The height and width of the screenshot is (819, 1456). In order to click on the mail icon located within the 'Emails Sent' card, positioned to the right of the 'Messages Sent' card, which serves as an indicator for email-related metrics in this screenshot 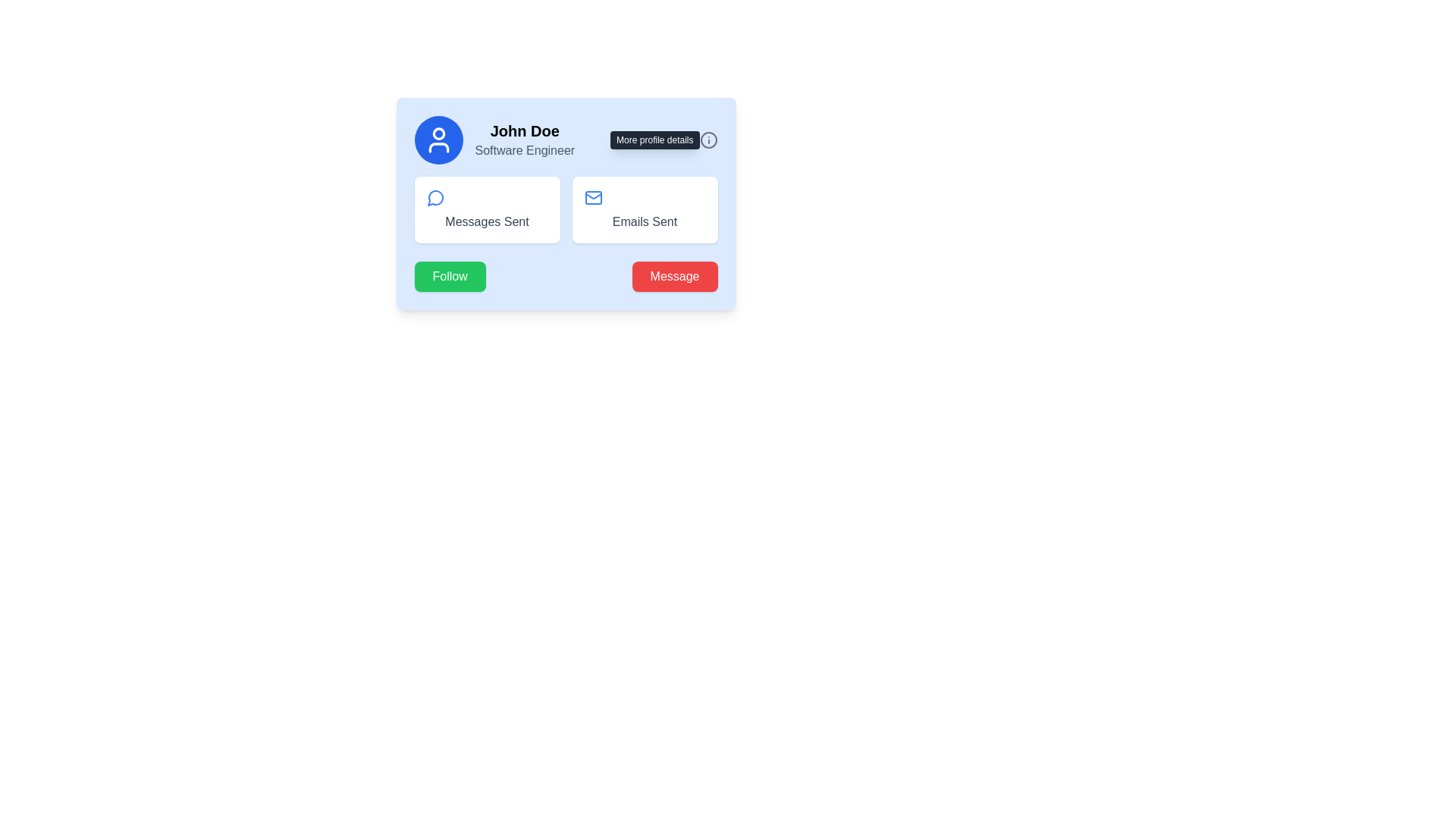, I will do `click(592, 197)`.